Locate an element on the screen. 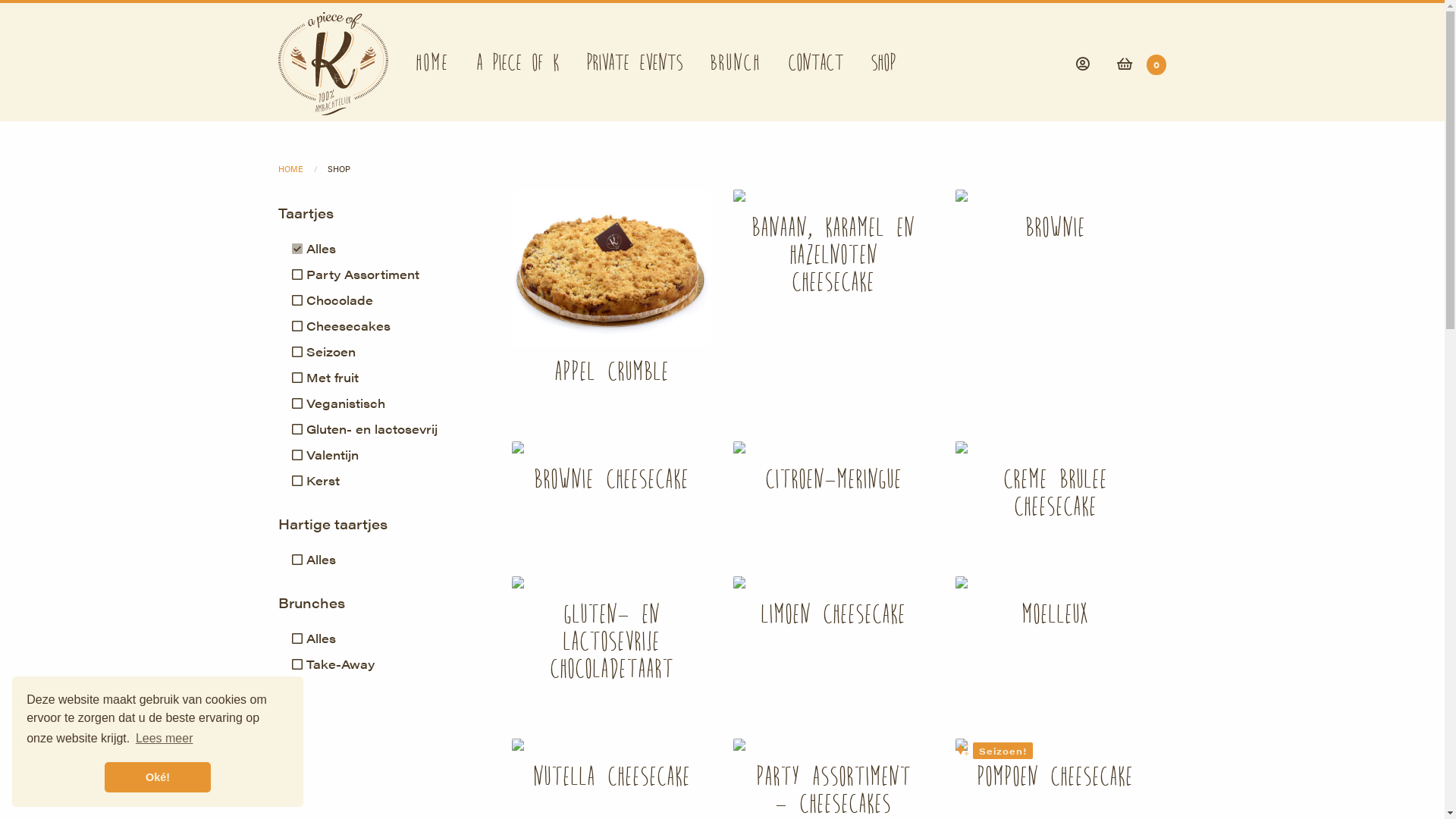 The width and height of the screenshot is (1456, 819). 'Take-Away' is located at coordinates (389, 663).